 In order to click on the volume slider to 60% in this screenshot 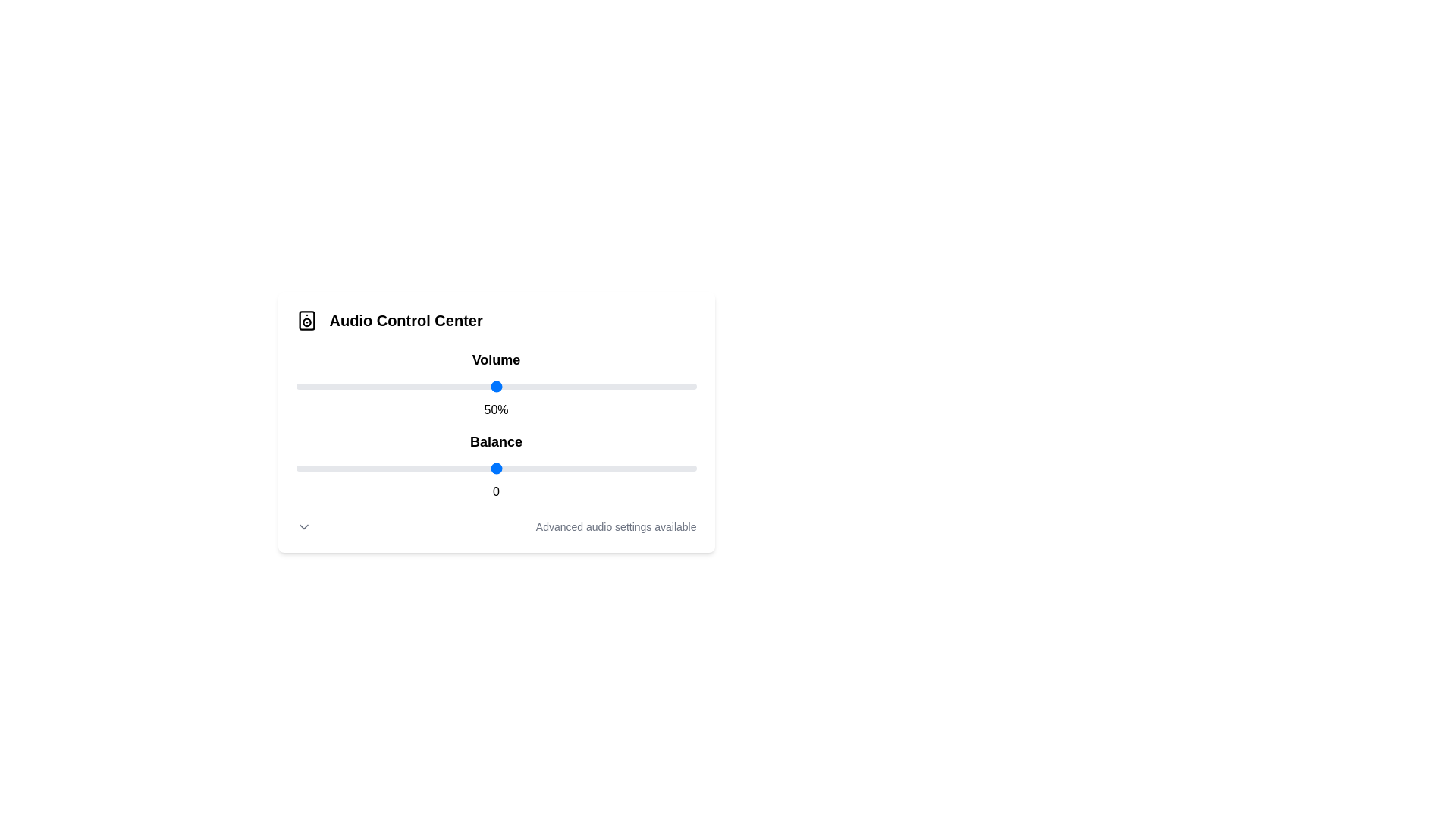, I will do `click(536, 385)`.